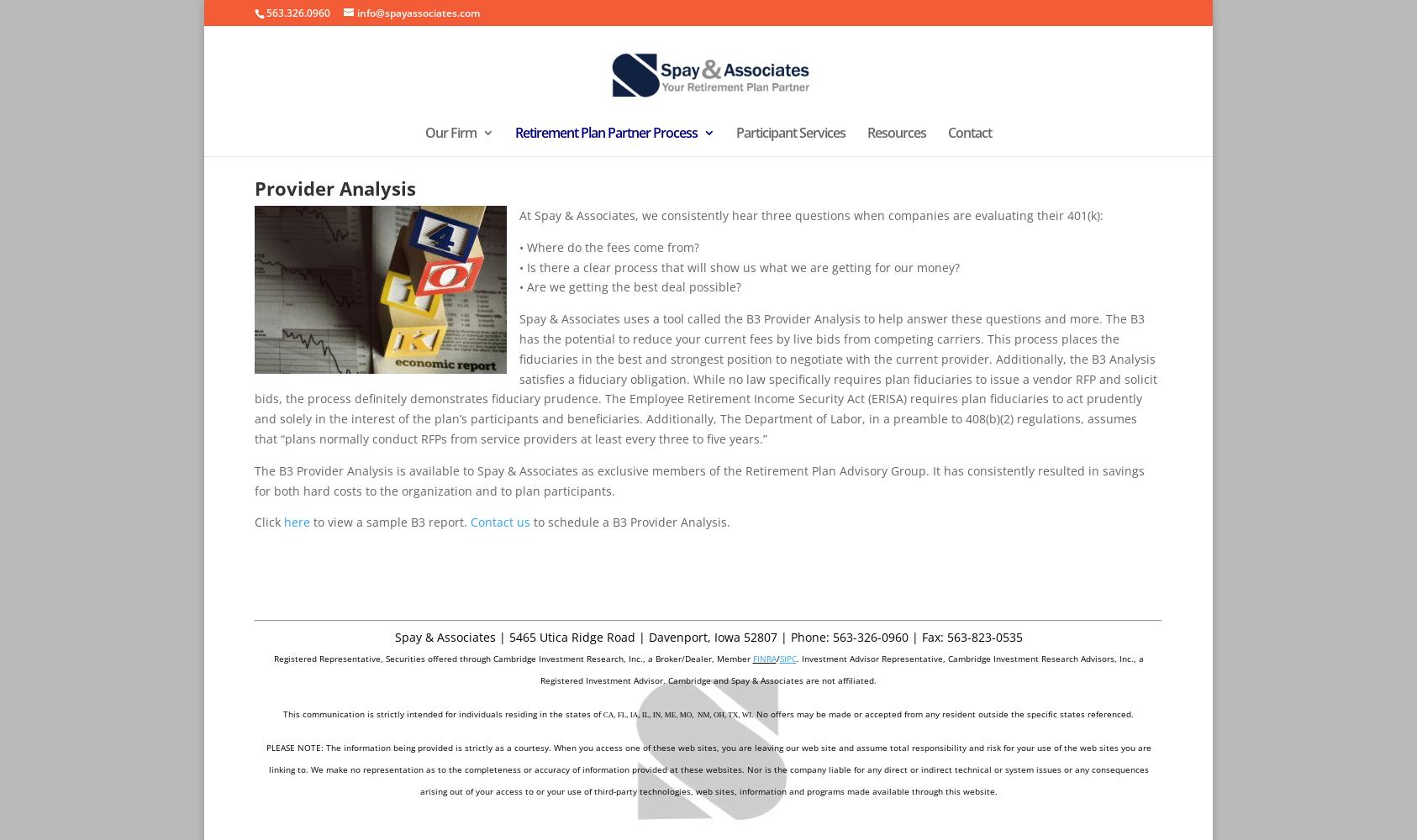 Image resolution: width=1417 pixels, height=840 pixels. Describe the element at coordinates (705, 377) in the screenshot. I see `'Spay & Associates uses a tool called the B3 Provider Analysis to help answer these questions and more. The B3 has the potential to reduce your current fees by live bids from competing carriers. This process places the fiduciaries in the best and strongest position to negotiate with the current provider. Additionally, the B3 Analysis satisfies a fiduciary obligation. While no law specifically requires plan fiduciaries to issue a vendor RFP and solicit bids, the process definitely demonstrates fiduciary prudence. The Employee Retirement Income Security Act (ERISA) requires plan fiduciaries to act prudently and solely in the interest of the plan’s participants and beneficiaries. Additionally, The Department of Labor, in a preamble to 408(b)(2) regulations, assumes that “plans normally conduct RFPs from service providers at least every three to five years.”'` at that location.